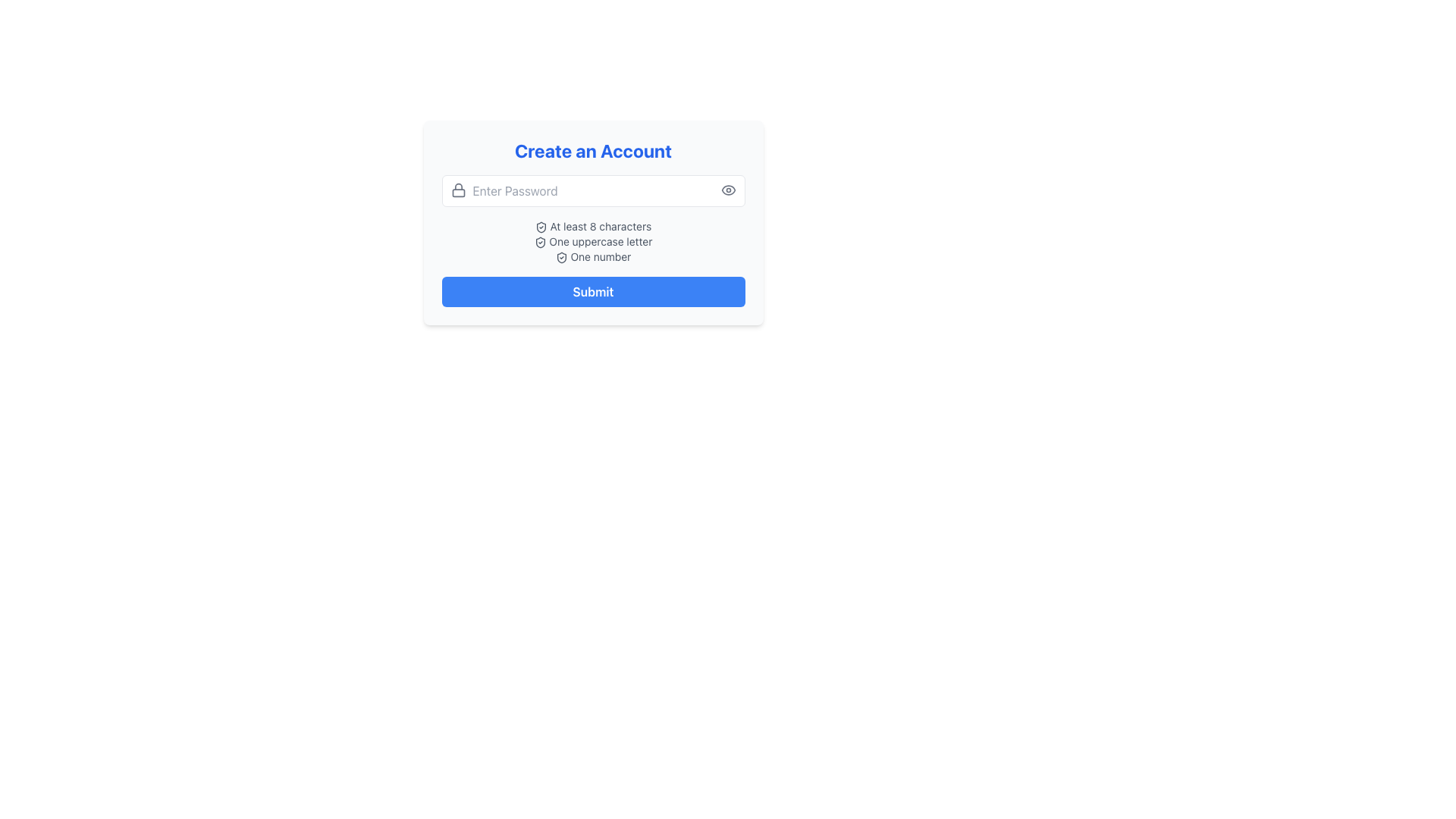 Image resolution: width=1456 pixels, height=819 pixels. Describe the element at coordinates (592, 241) in the screenshot. I see `the second item in the password requirements section that indicates the need for at least one uppercase letter` at that location.